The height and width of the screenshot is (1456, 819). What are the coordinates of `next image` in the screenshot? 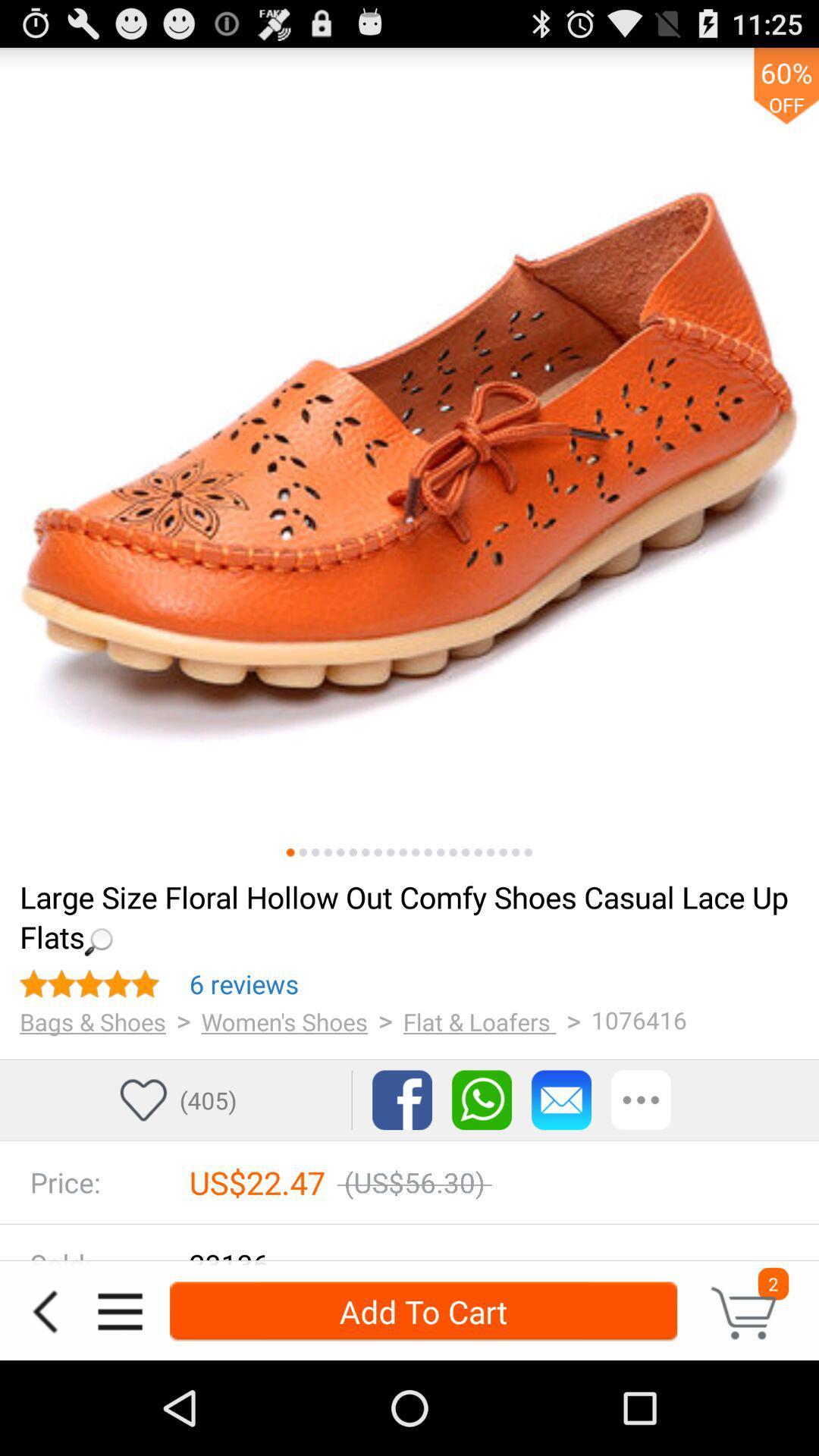 It's located at (290, 852).